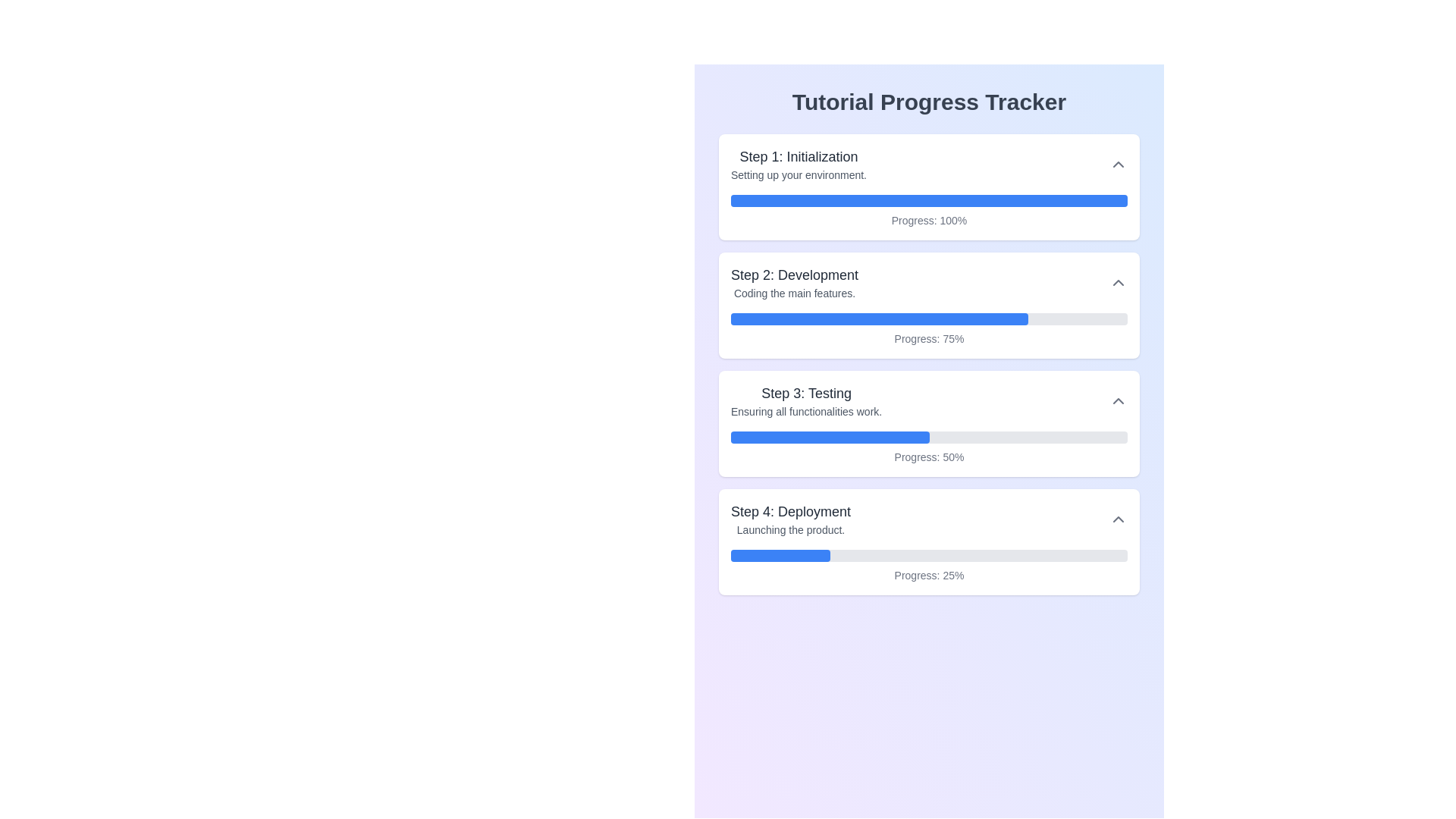 The height and width of the screenshot is (819, 1456). What do you see at coordinates (928, 338) in the screenshot?
I see `the text display that represents the progress percentage for 'Step 2: Development', located below the progress bar` at bounding box center [928, 338].